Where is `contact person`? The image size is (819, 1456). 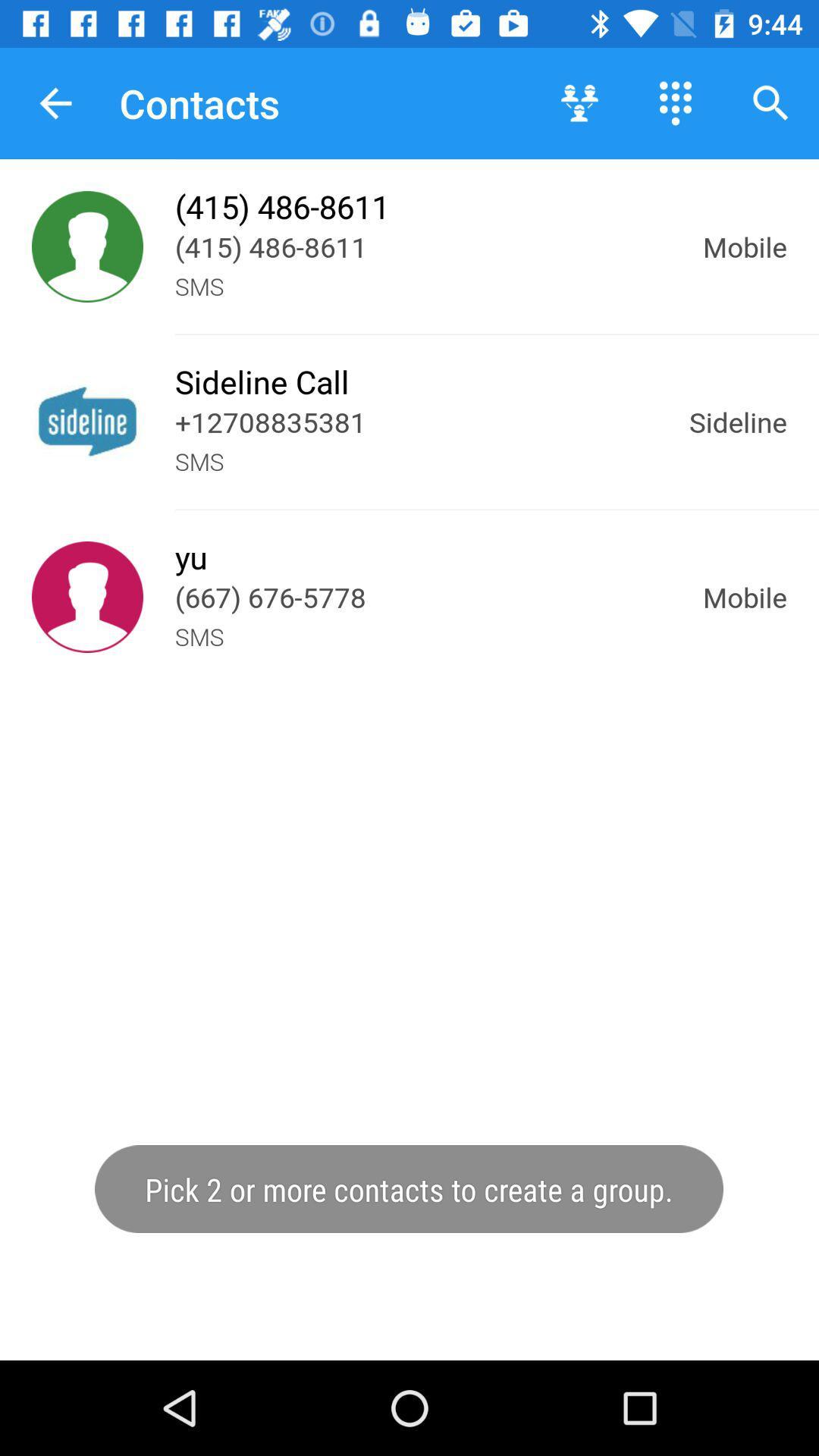
contact person is located at coordinates (87, 246).